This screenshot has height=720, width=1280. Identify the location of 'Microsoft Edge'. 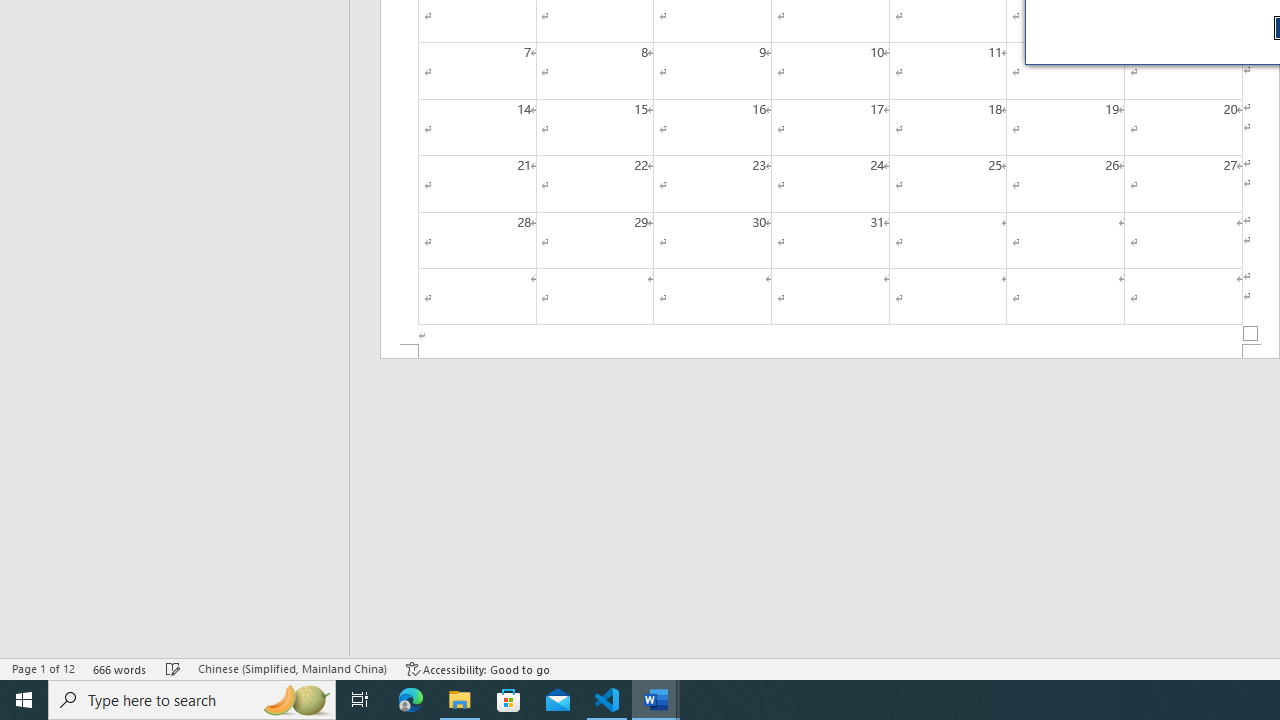
(410, 698).